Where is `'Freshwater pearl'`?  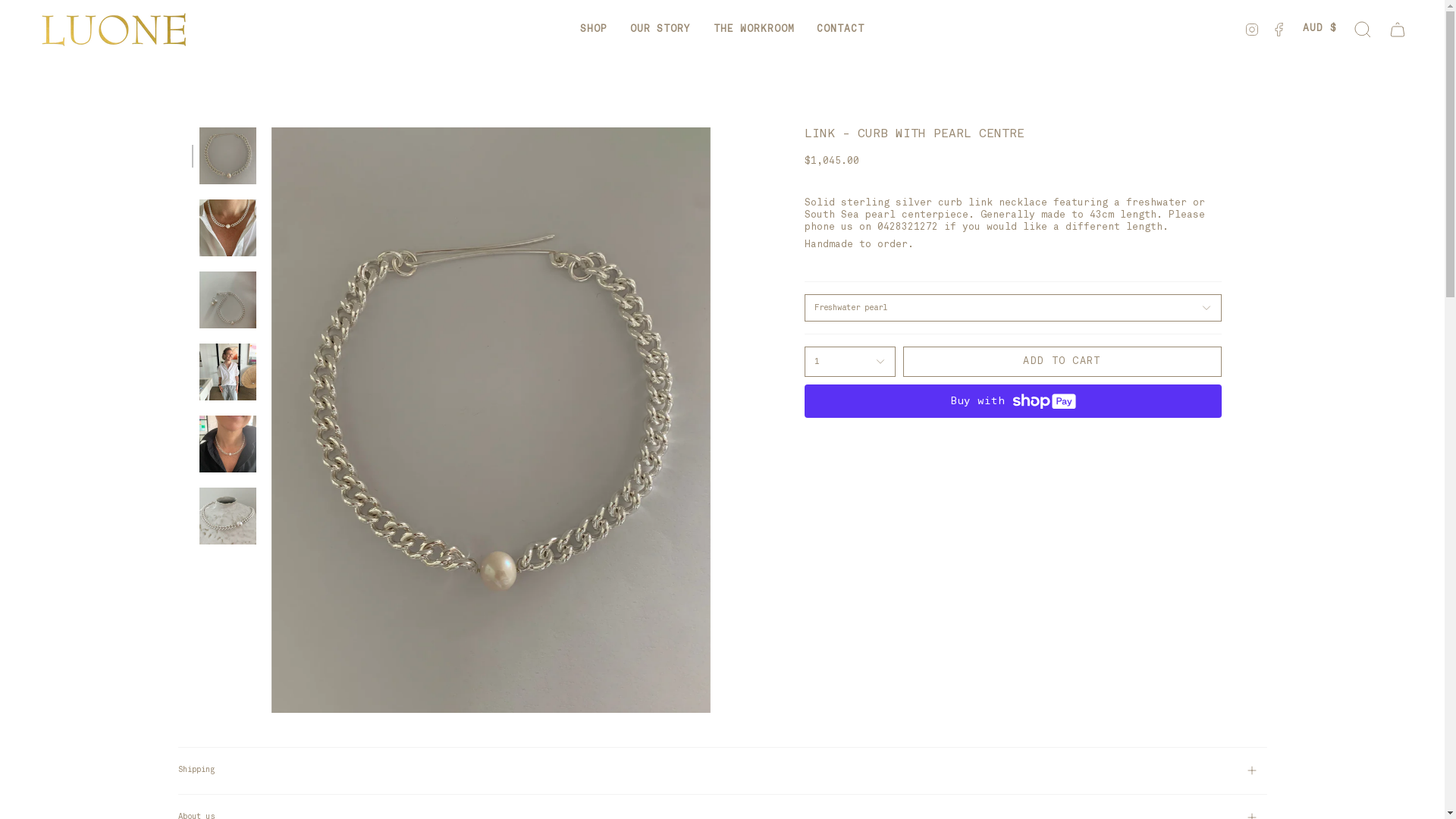 'Freshwater pearl' is located at coordinates (1012, 307).